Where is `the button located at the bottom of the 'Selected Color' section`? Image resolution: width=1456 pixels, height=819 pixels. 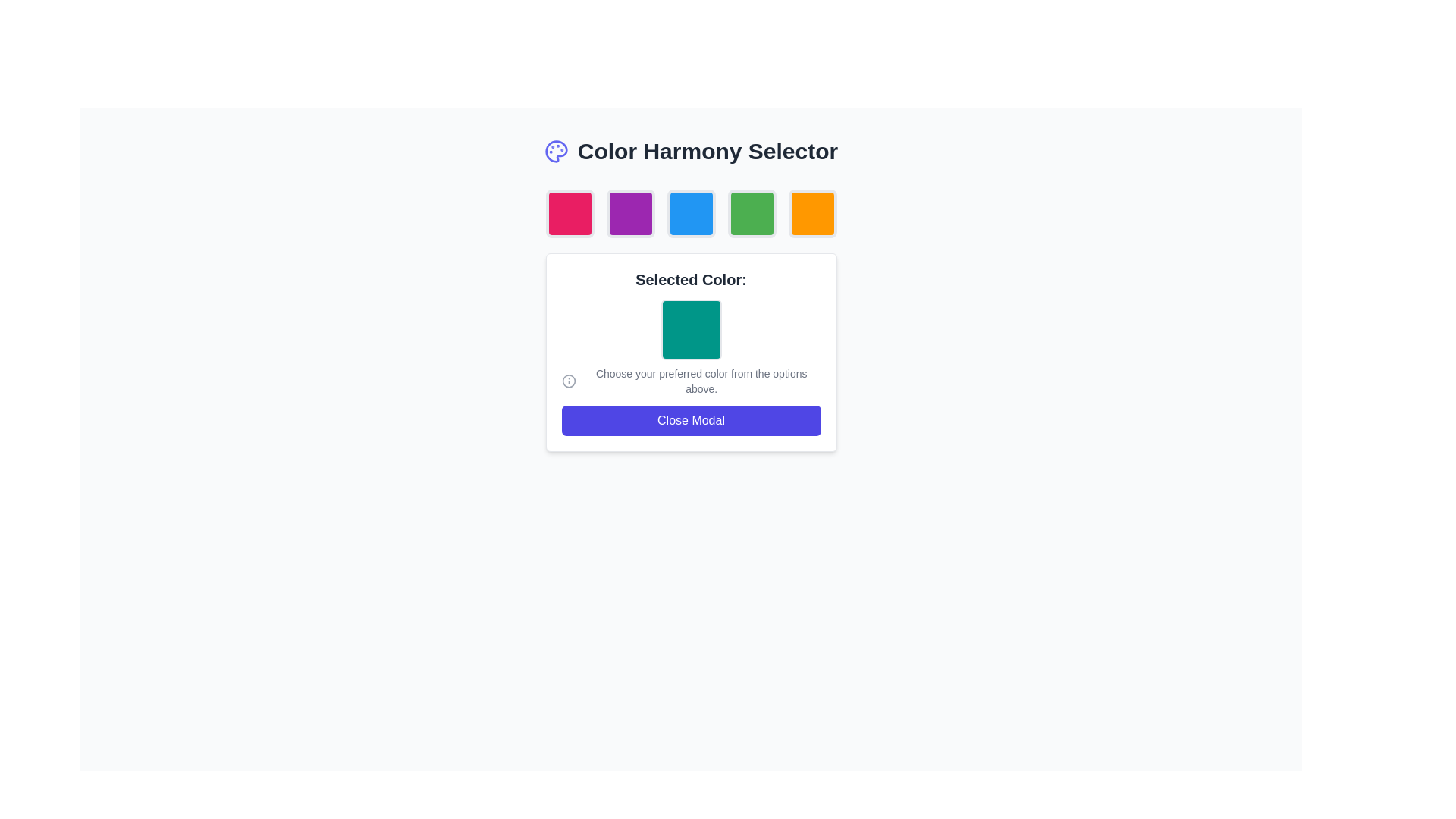 the button located at the bottom of the 'Selected Color' section is located at coordinates (690, 421).